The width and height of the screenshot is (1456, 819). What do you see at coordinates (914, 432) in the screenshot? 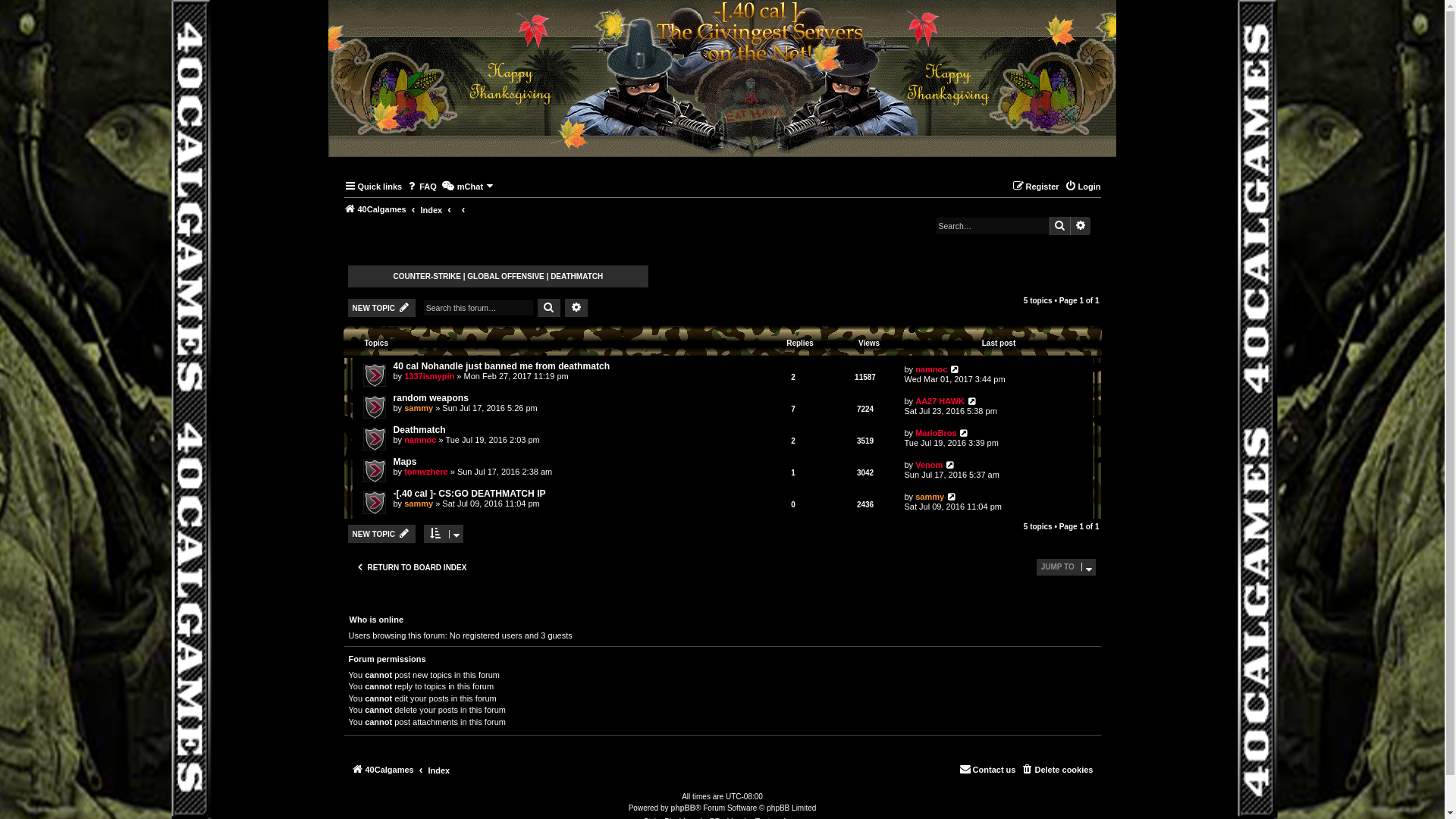
I see `'MarioBros'` at bounding box center [914, 432].